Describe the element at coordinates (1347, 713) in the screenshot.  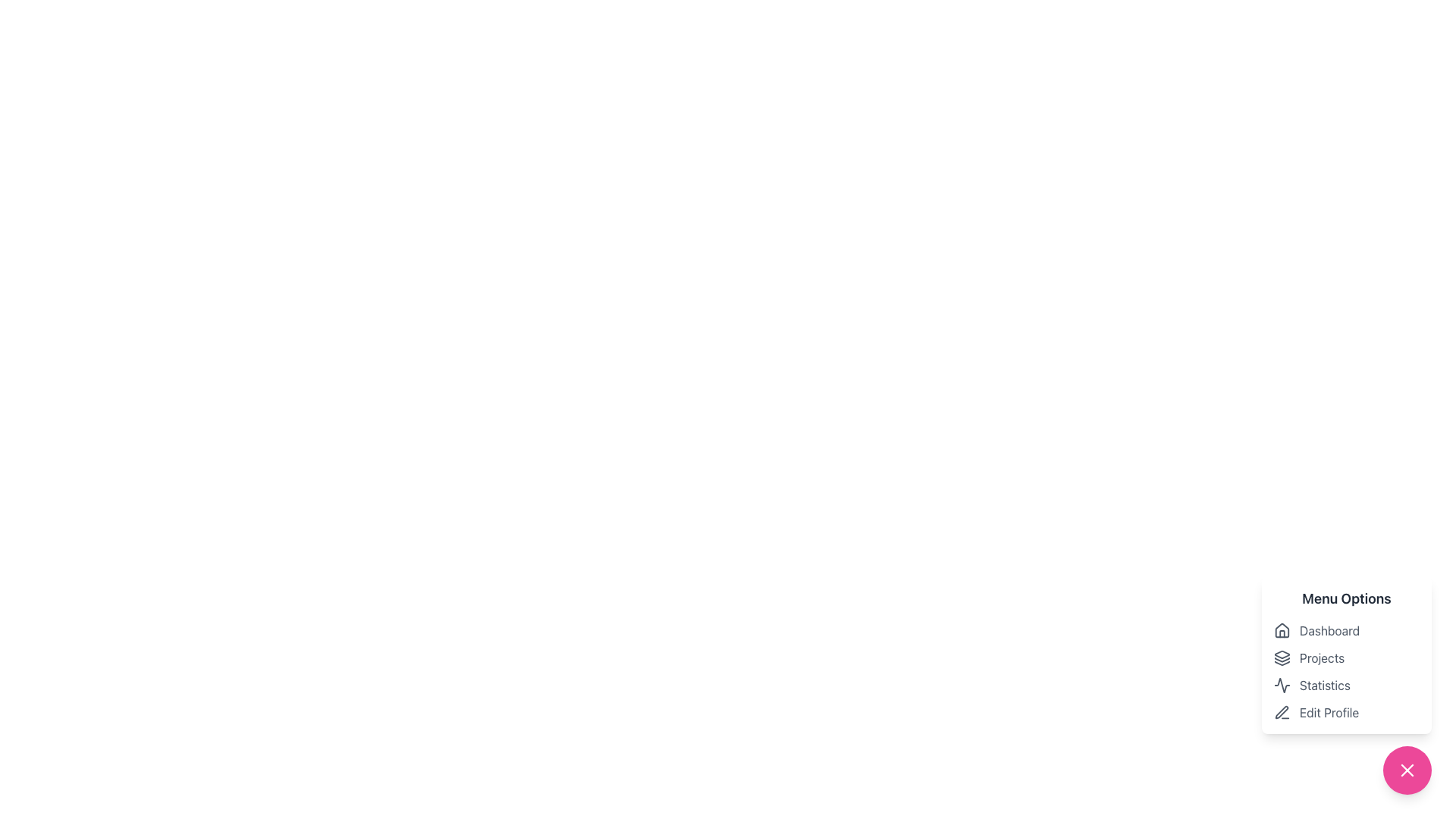
I see `the 'Edit Profile' menu item, which is the fourth item in the vertical stack of menu options` at that location.